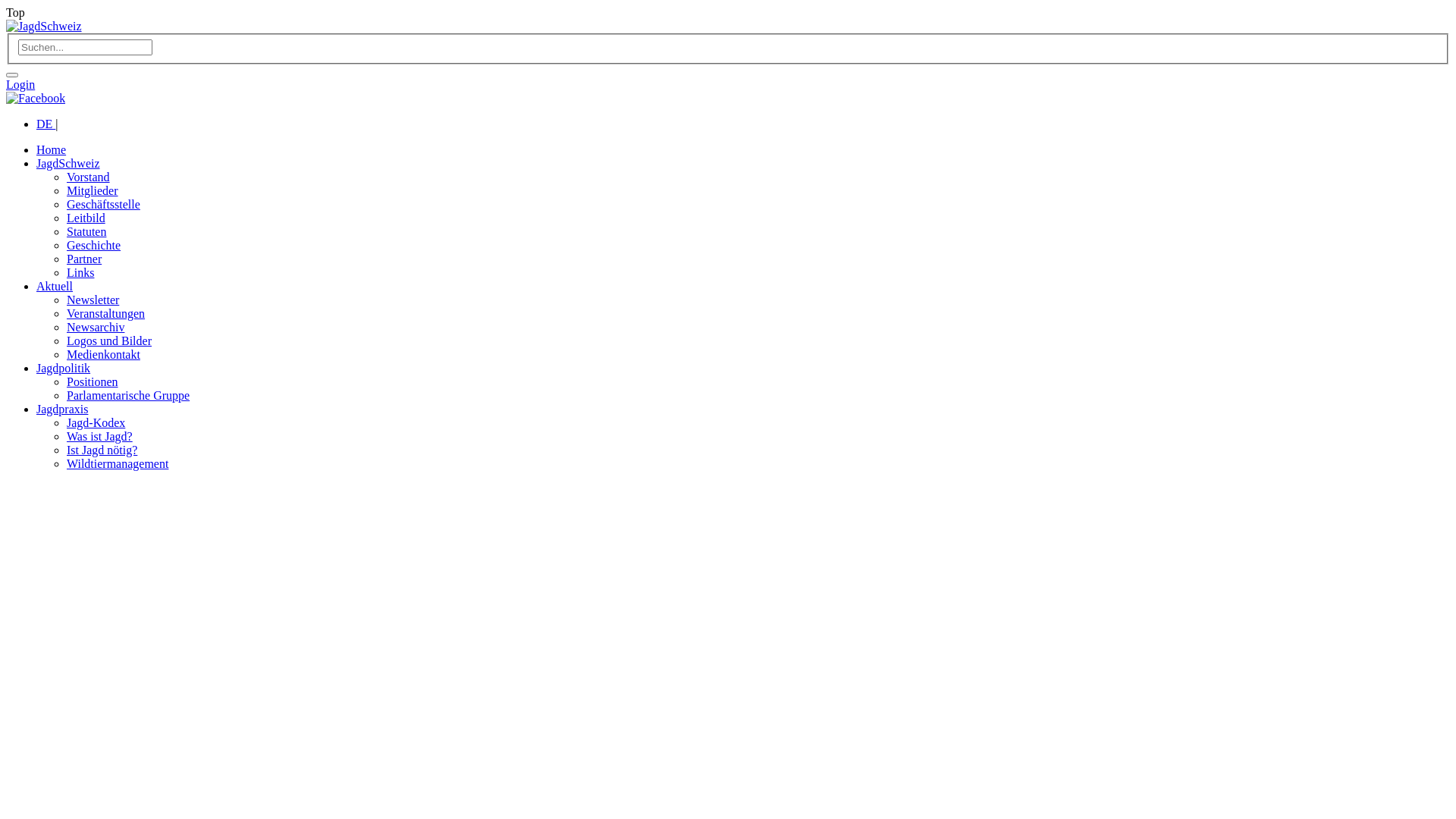  Describe the element at coordinates (85, 218) in the screenshot. I see `'Leitbild'` at that location.